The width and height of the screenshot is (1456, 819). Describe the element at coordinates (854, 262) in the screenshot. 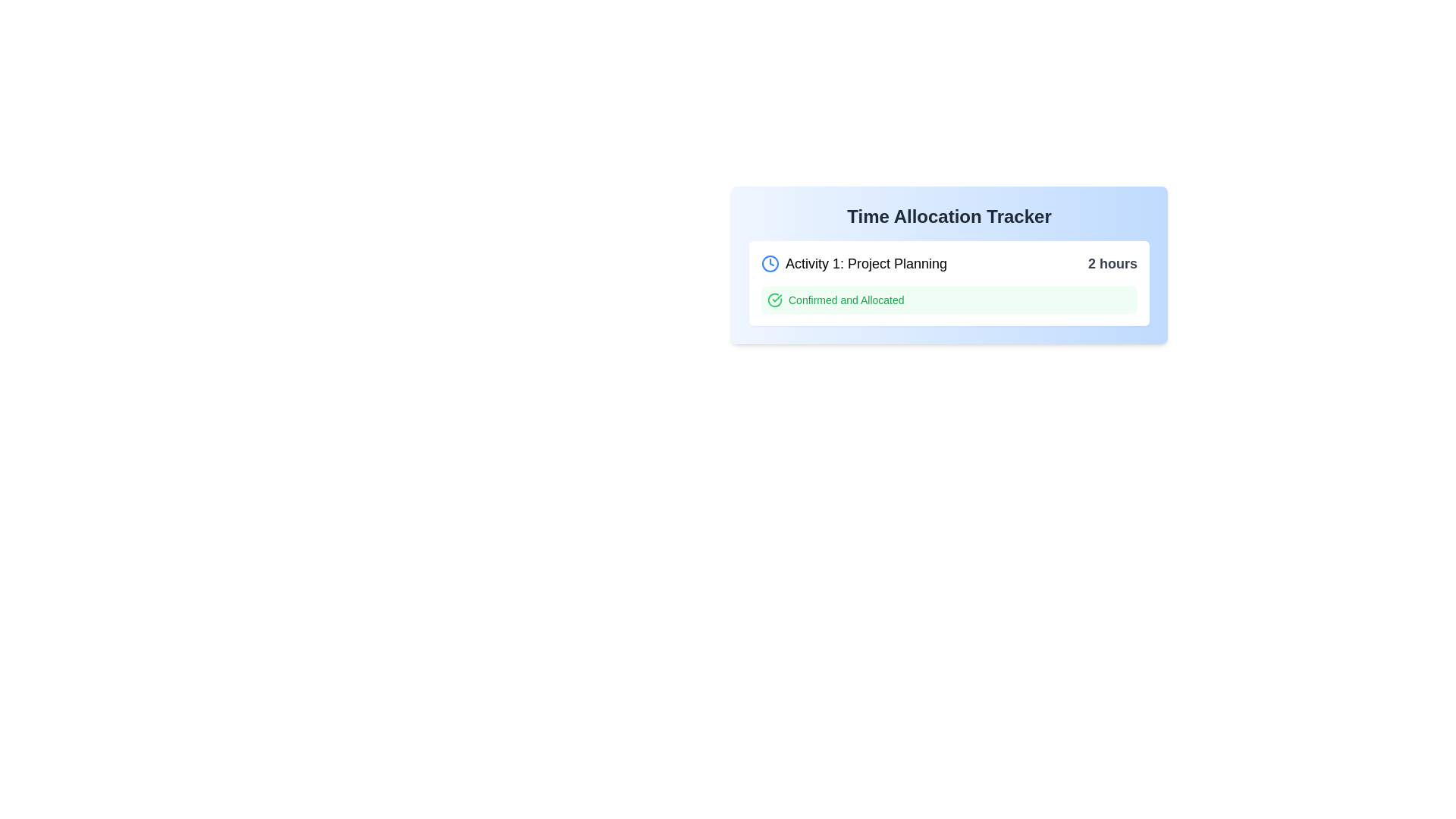

I see `the text label displaying 'Activity 1: Project Planning' with a clock icon, which is styled in medium modern font and aligned horizontally next to the icon` at that location.